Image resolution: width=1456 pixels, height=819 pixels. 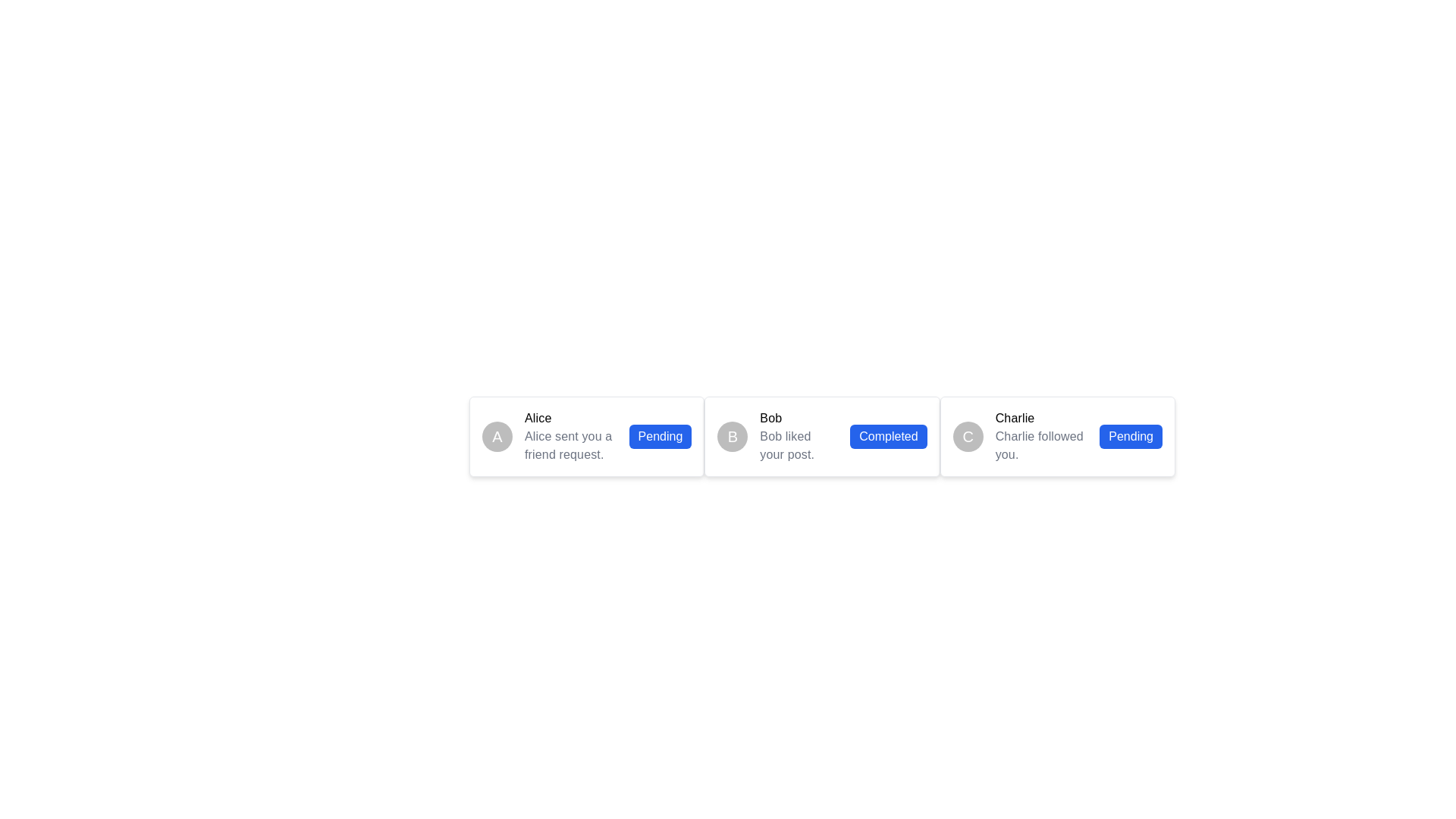 What do you see at coordinates (798, 436) in the screenshot?
I see `the Text Label that notifies the user that 'Bob' has liked one of their posts, which is located in the second card of a horizontal card list layout, positioned to the right of avatar 'B' and to the left of the 'Completed' button` at bounding box center [798, 436].